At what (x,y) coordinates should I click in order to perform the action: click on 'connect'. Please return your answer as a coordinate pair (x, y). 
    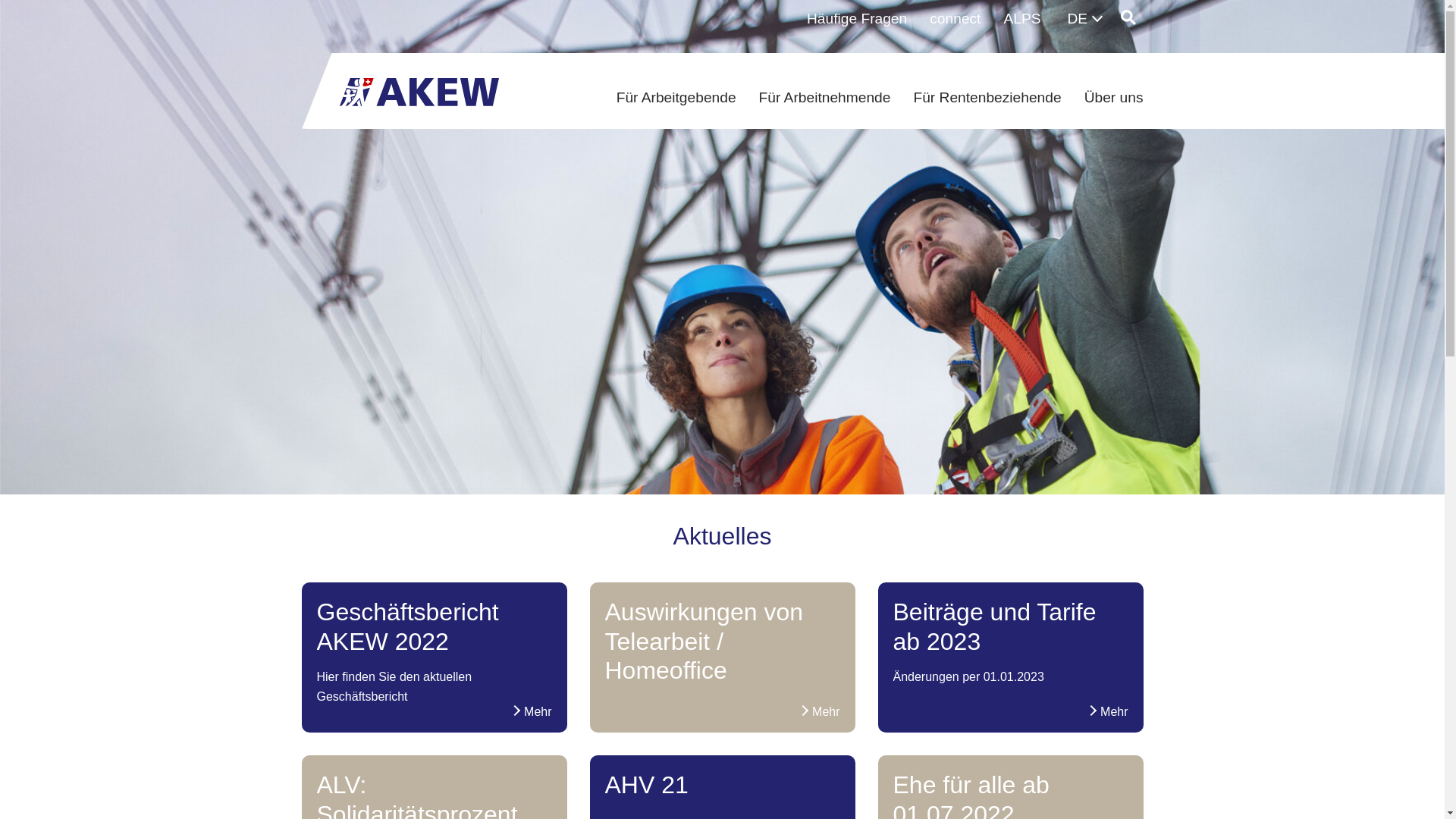
    Looking at the image, I should click on (954, 19).